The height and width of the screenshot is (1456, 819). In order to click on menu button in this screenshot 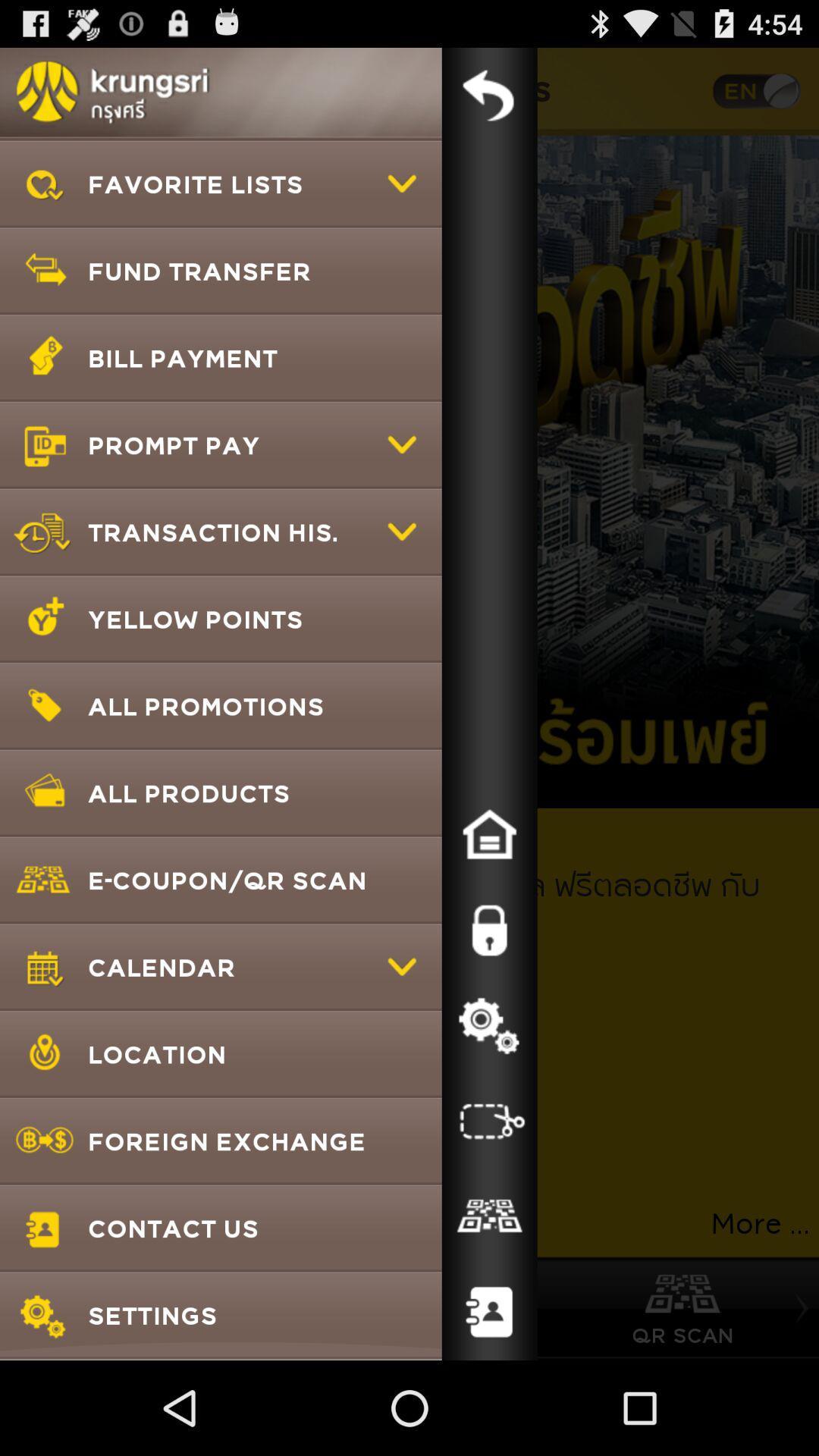, I will do `click(489, 94)`.